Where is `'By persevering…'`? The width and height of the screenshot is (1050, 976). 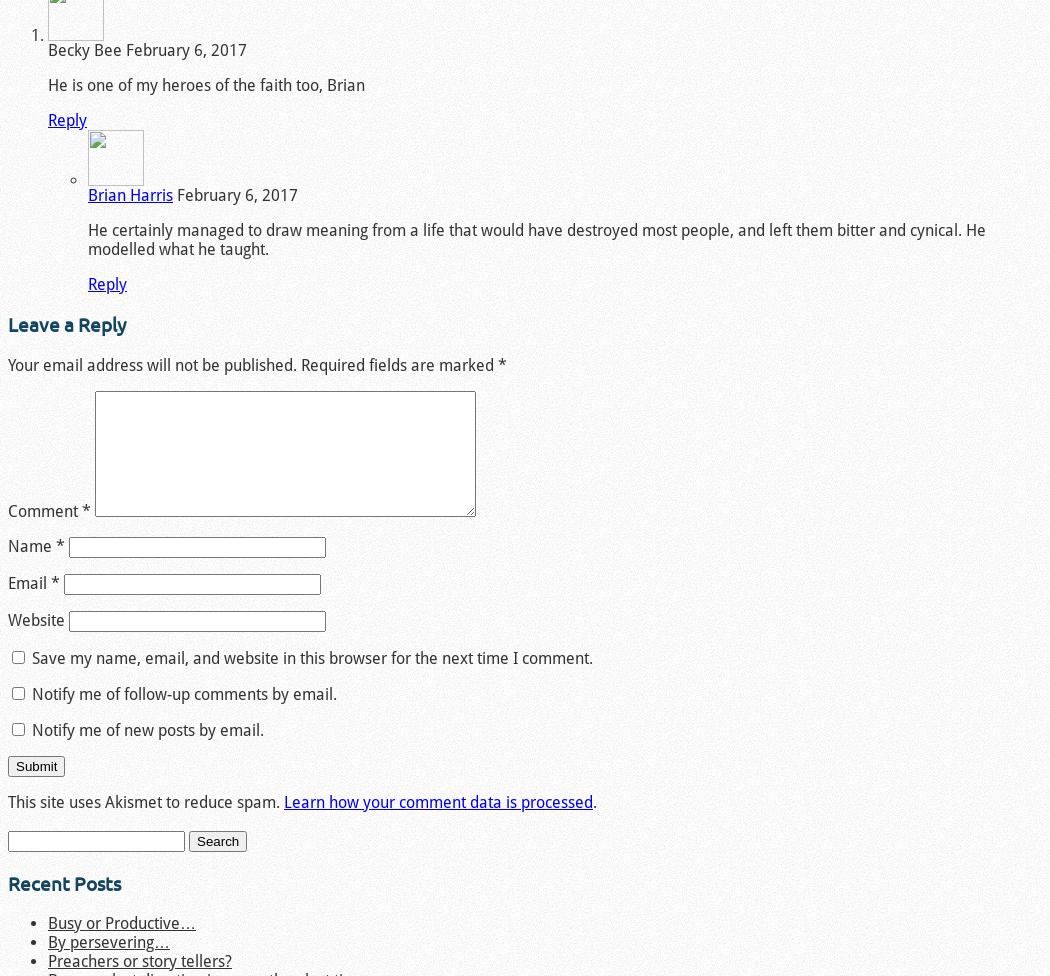 'By persevering…' is located at coordinates (108, 941).